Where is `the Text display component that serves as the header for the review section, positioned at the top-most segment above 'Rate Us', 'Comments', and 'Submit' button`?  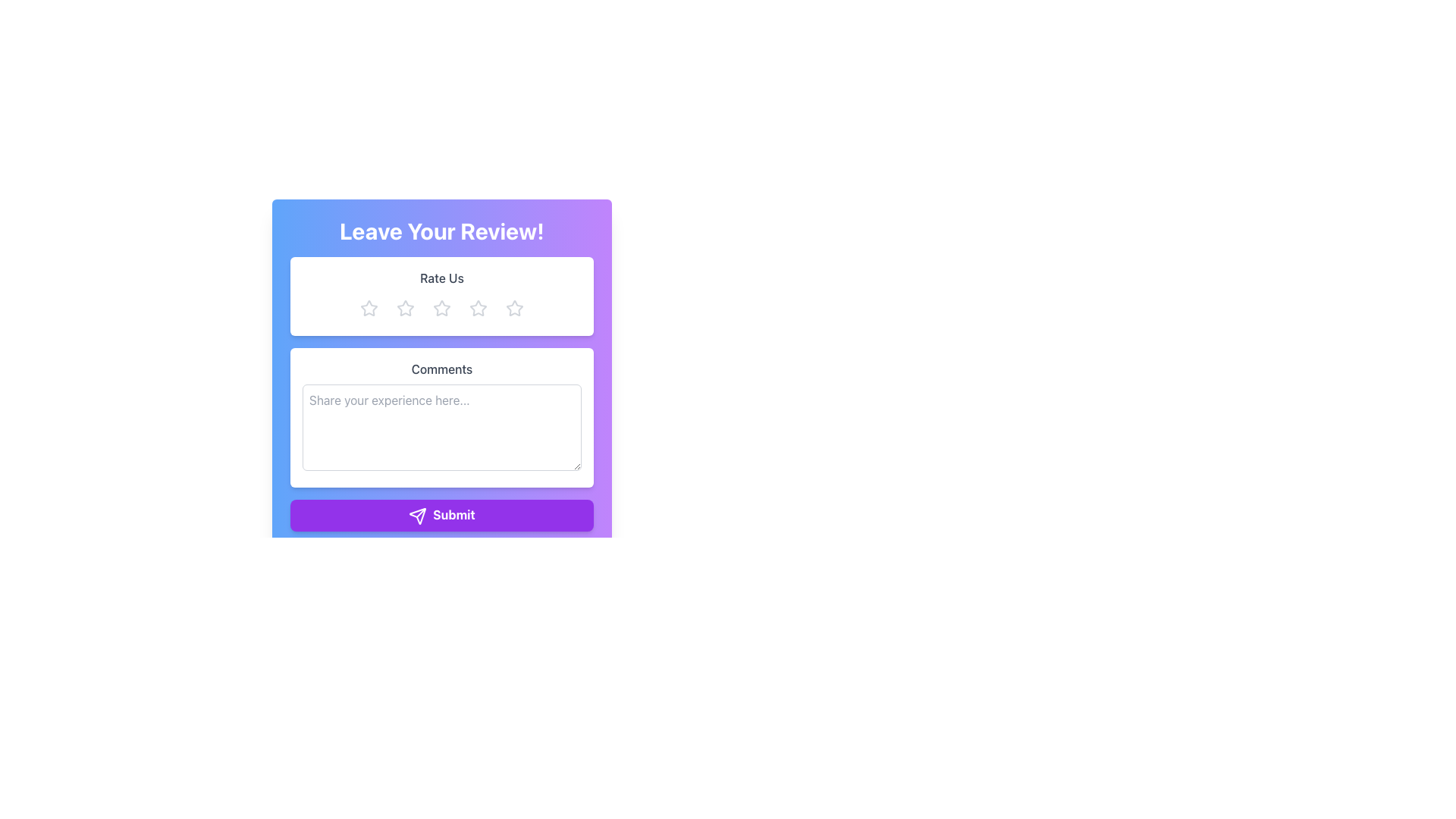
the Text display component that serves as the header for the review section, positioned at the top-most segment above 'Rate Us', 'Comments', and 'Submit' button is located at coordinates (441, 231).